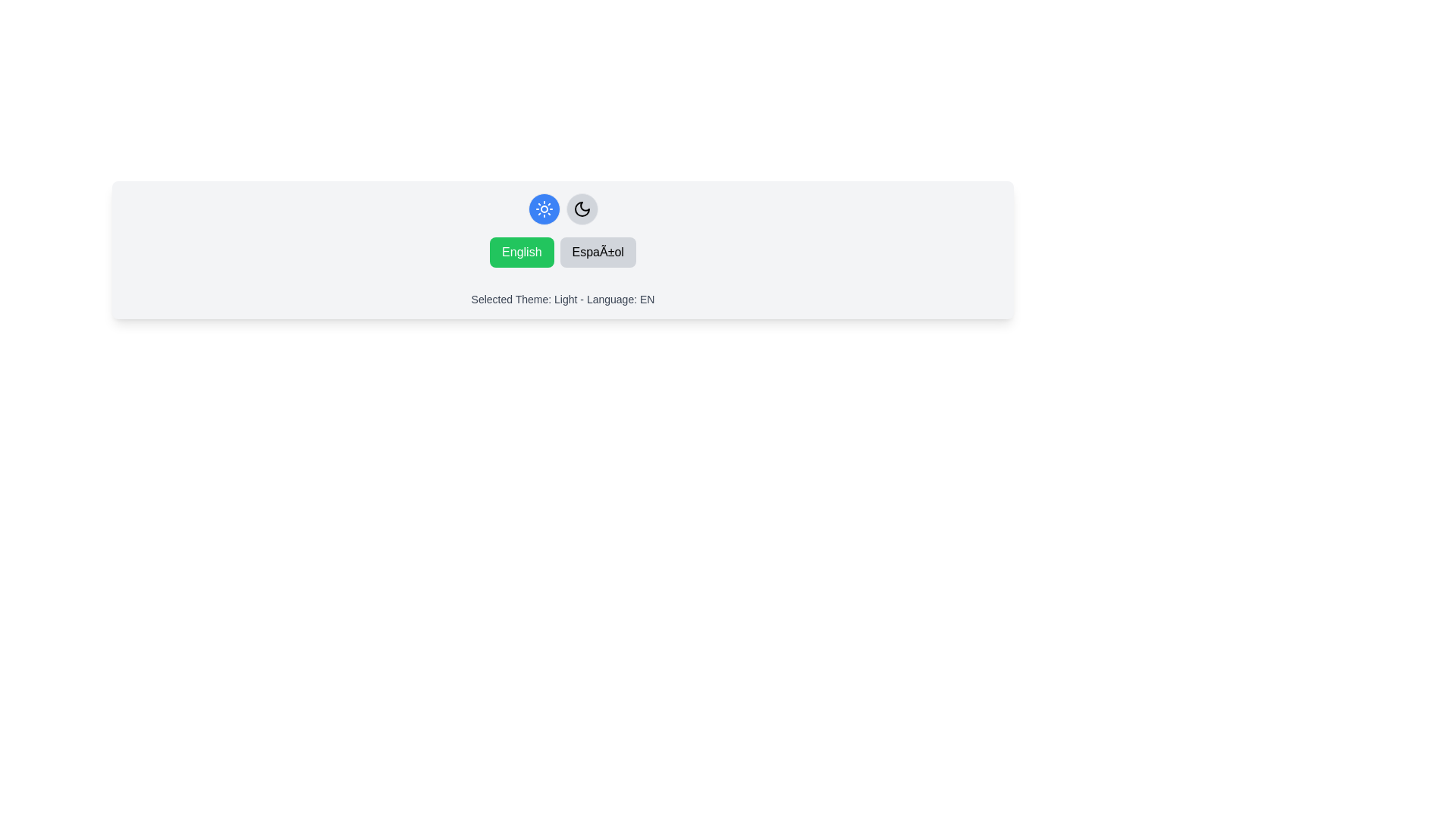 The image size is (1456, 819). I want to click on the crescent moon icon button located at the top-center of the UI, so click(581, 209).